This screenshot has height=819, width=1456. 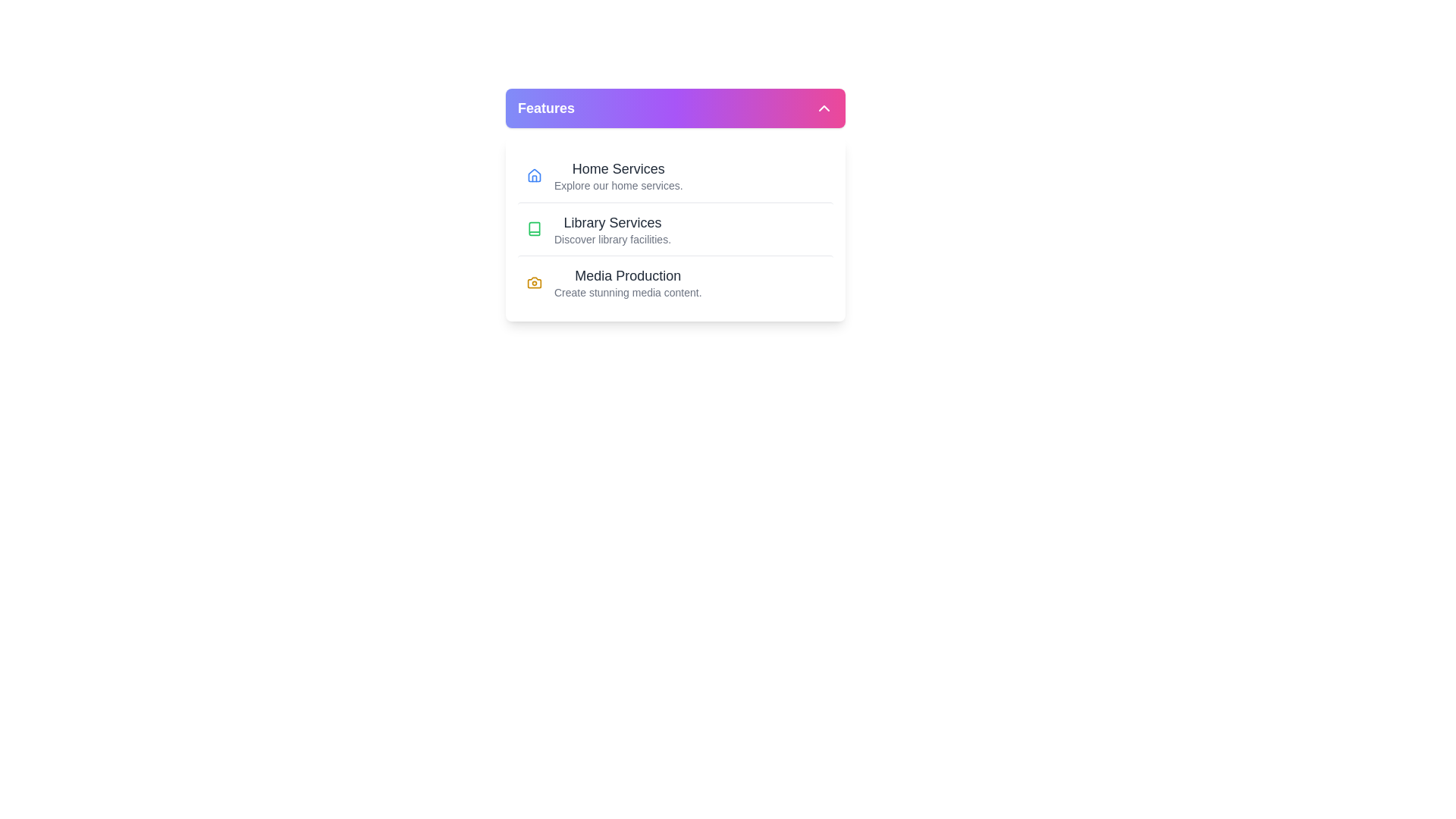 What do you see at coordinates (618, 185) in the screenshot?
I see `the Text Label that provides additional information related to the 'Home Services' header, positioned directly under it` at bounding box center [618, 185].